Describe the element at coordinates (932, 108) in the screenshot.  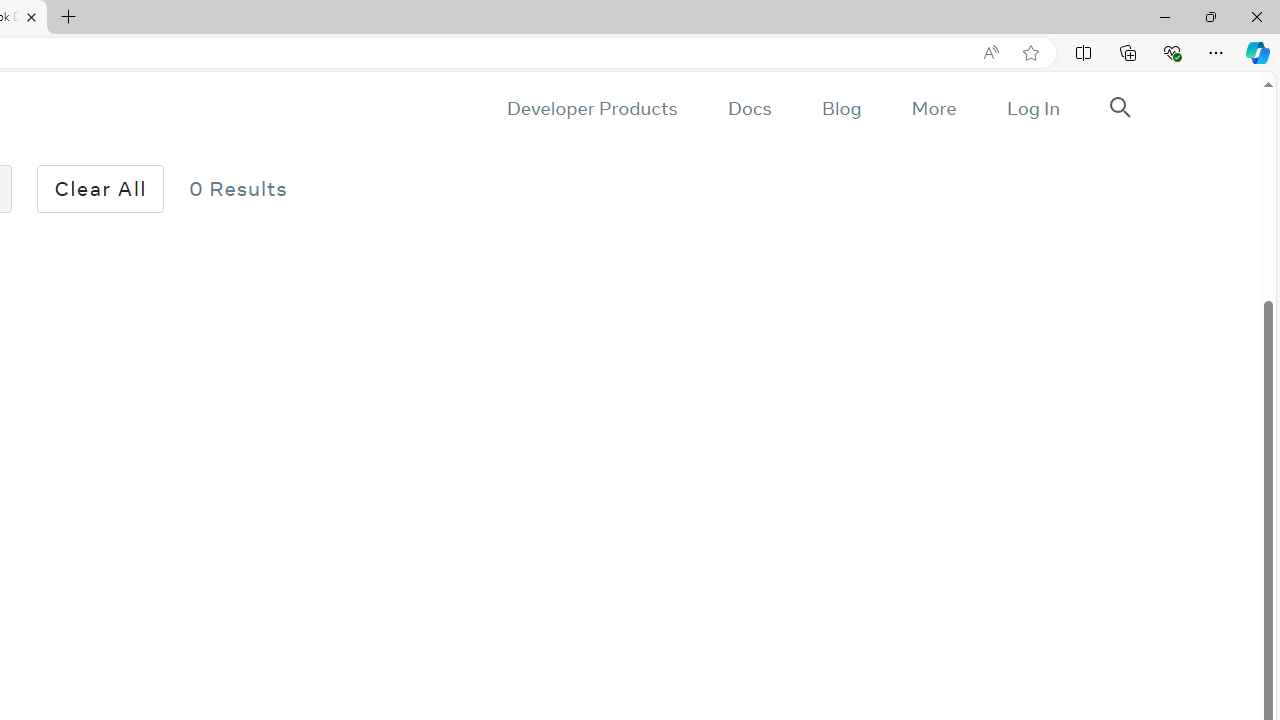
I see `'More'` at that location.